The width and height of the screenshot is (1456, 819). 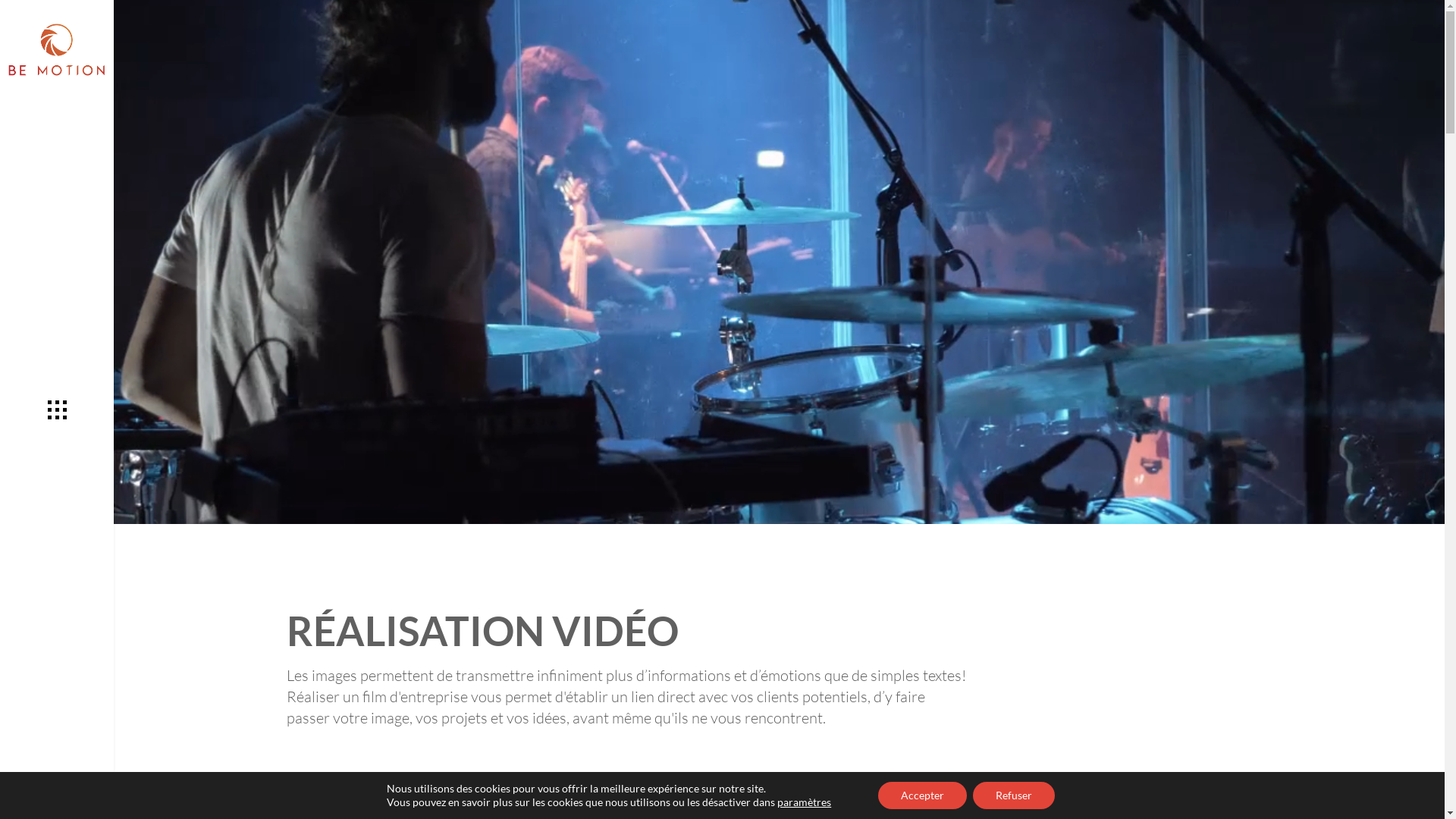 What do you see at coordinates (972, 795) in the screenshot?
I see `'Refuser'` at bounding box center [972, 795].